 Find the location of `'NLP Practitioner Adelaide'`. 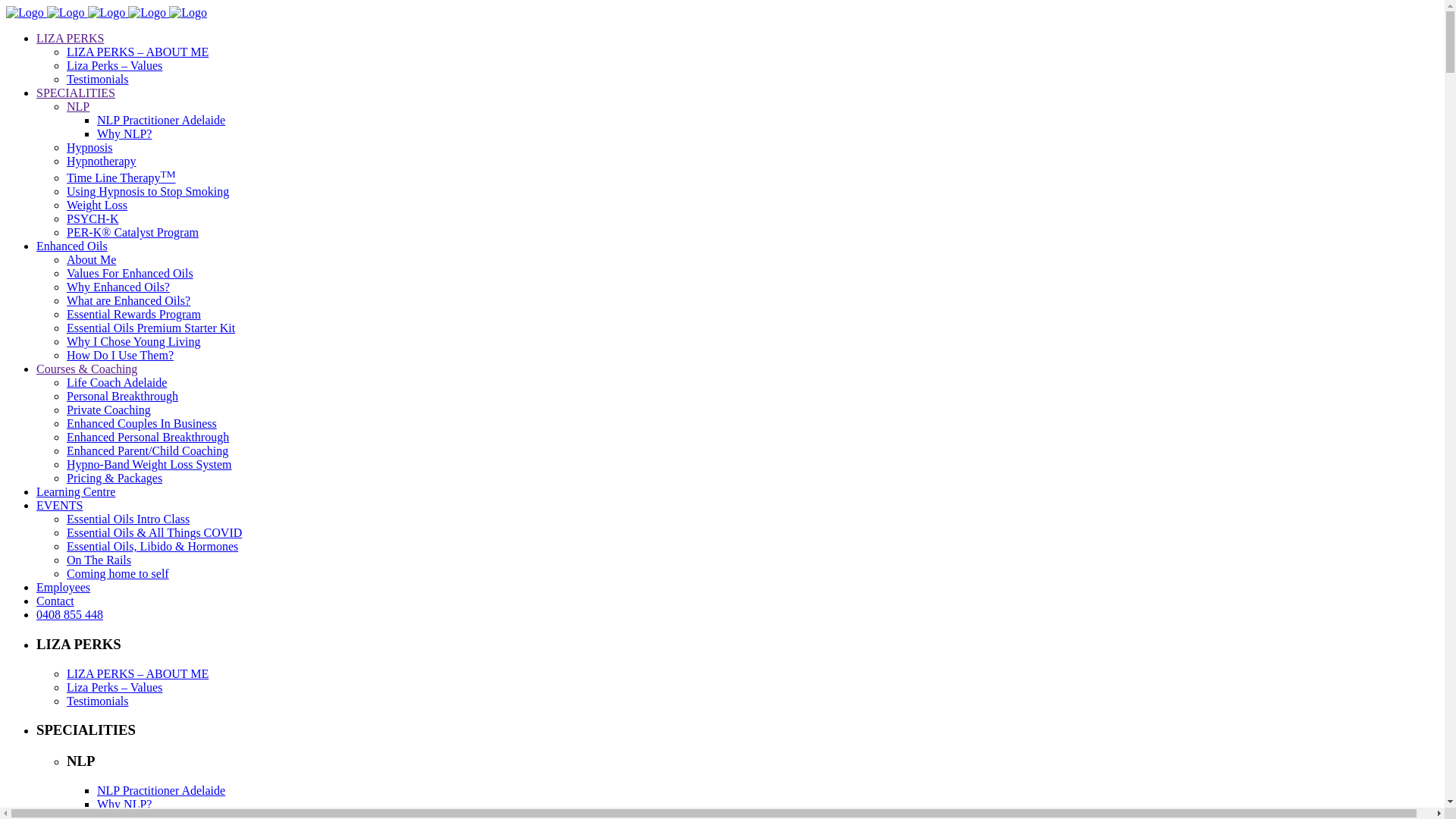

'NLP Practitioner Adelaide' is located at coordinates (161, 789).